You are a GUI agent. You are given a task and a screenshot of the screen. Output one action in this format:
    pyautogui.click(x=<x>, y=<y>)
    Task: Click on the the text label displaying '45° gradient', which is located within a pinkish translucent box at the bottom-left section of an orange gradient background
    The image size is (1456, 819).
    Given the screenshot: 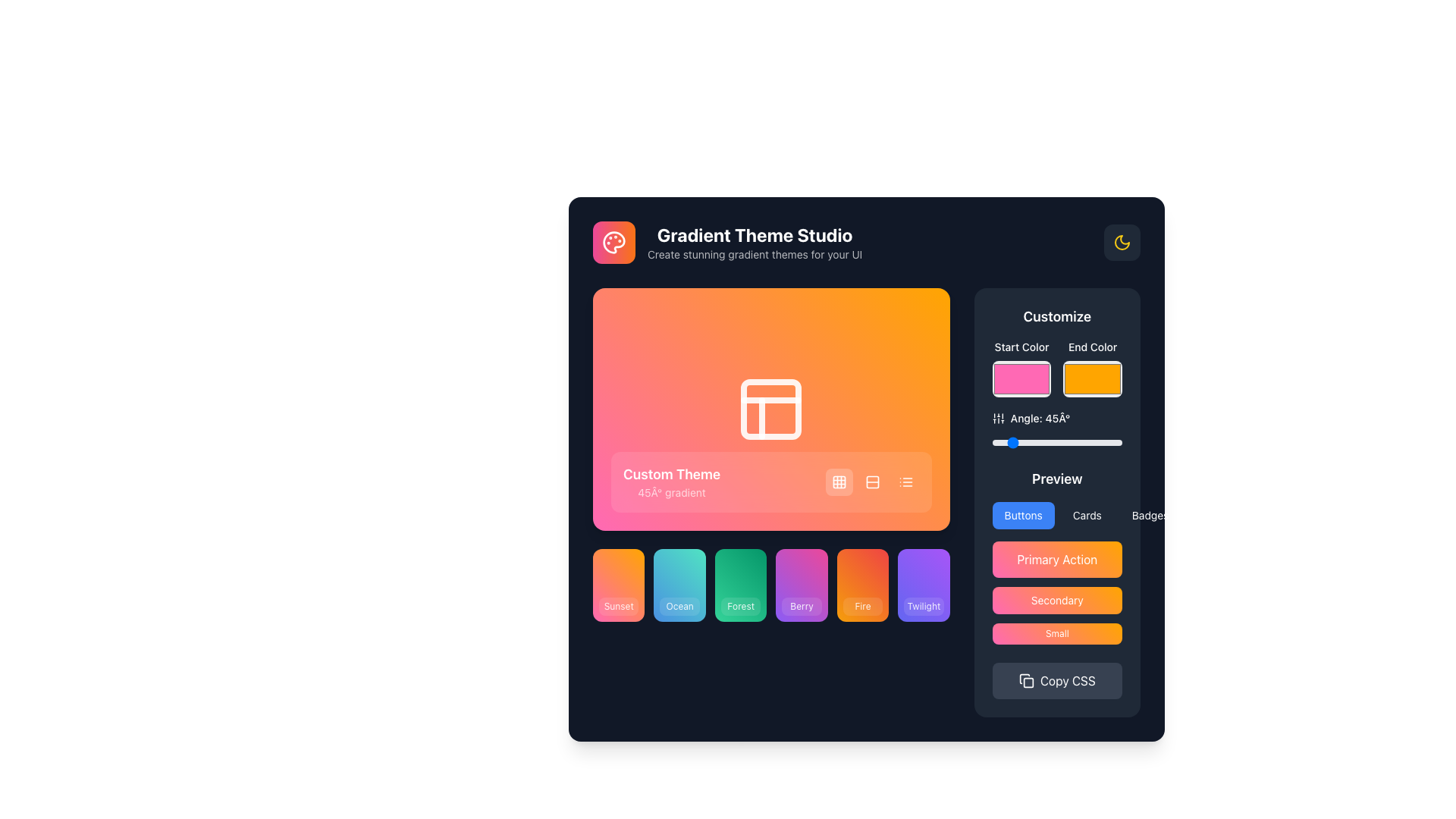 What is the action you would take?
    pyautogui.click(x=671, y=493)
    